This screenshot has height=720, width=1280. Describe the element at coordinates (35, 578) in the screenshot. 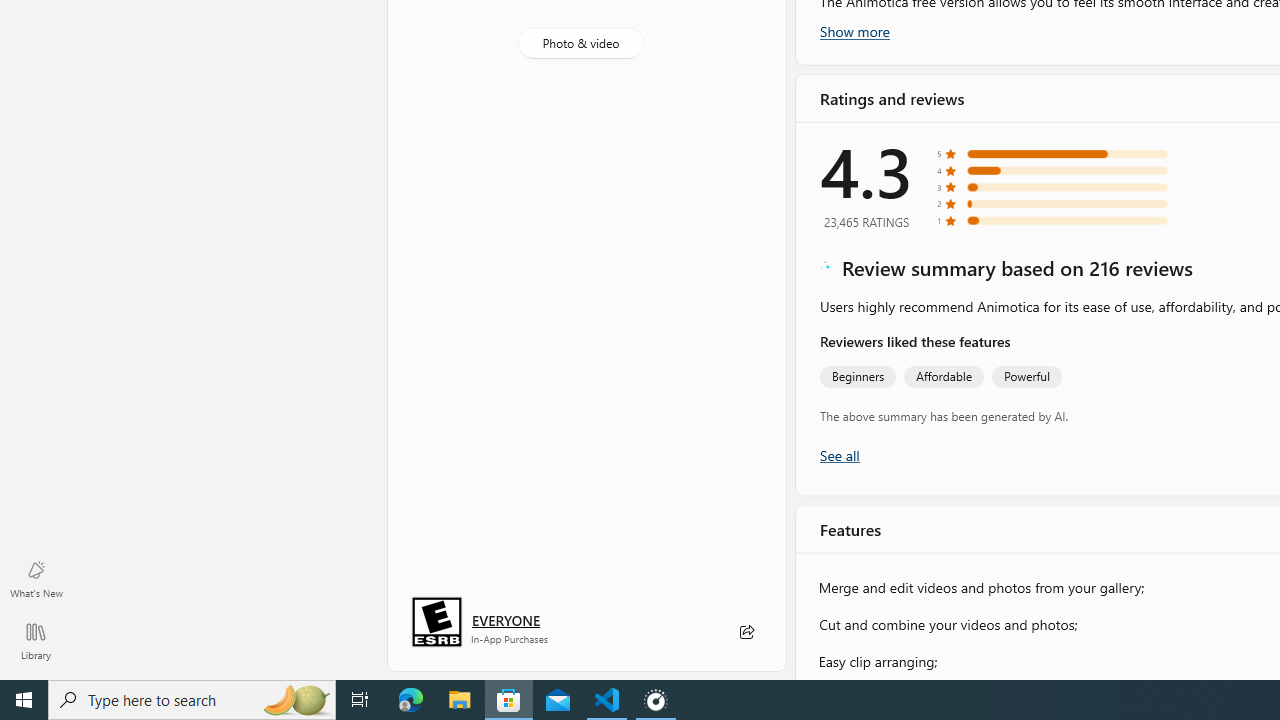

I see `'What'` at that location.